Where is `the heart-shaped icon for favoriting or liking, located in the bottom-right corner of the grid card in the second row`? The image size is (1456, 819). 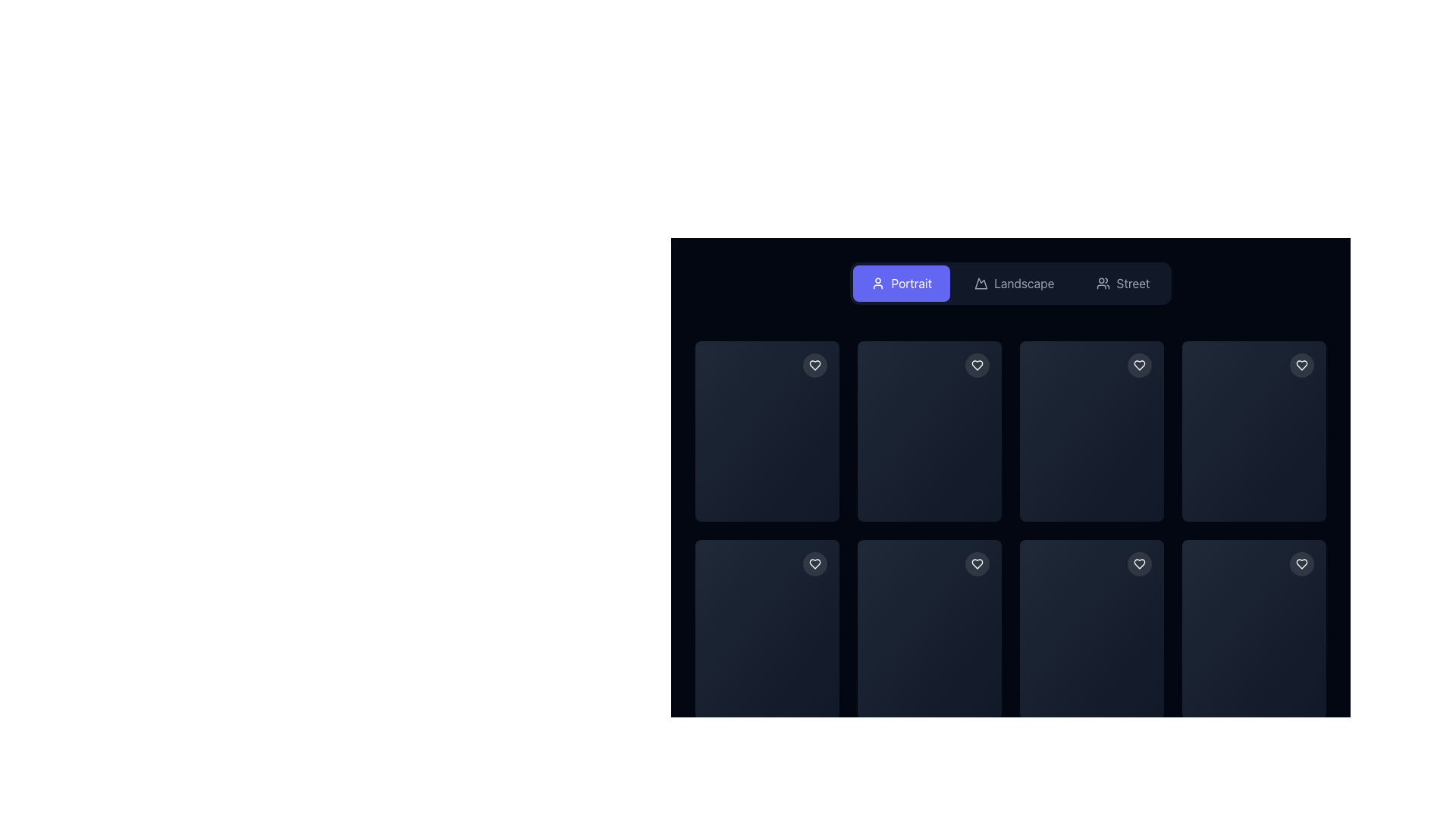 the heart-shaped icon for favoriting or liking, located in the bottom-right corner of the grid card in the second row is located at coordinates (1139, 563).